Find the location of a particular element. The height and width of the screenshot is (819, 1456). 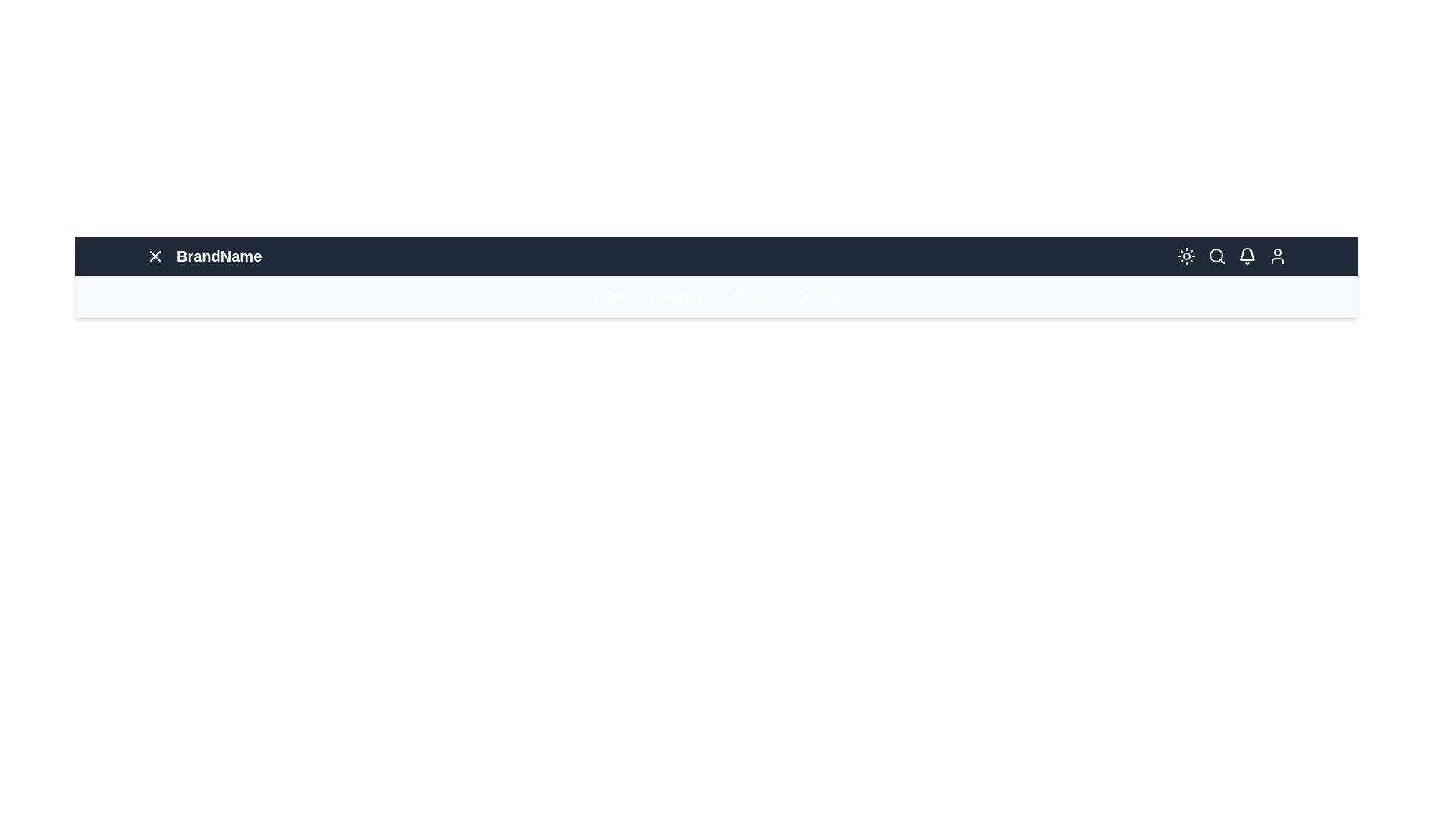

the Bell icon in the navigation bar is located at coordinates (1247, 256).